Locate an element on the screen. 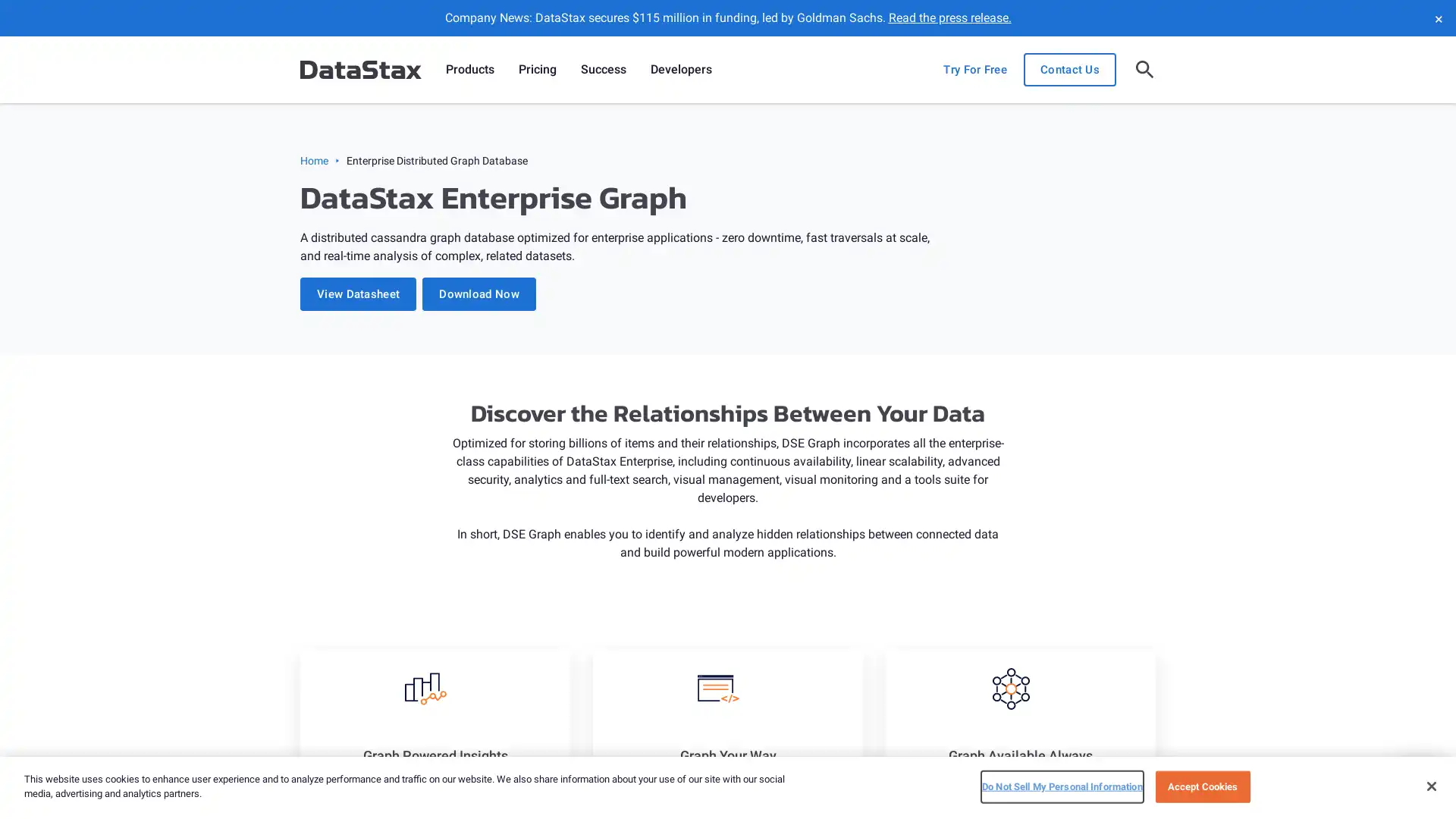 The height and width of the screenshot is (819, 1456). Open Intercom Messenger is located at coordinates (1417, 780).